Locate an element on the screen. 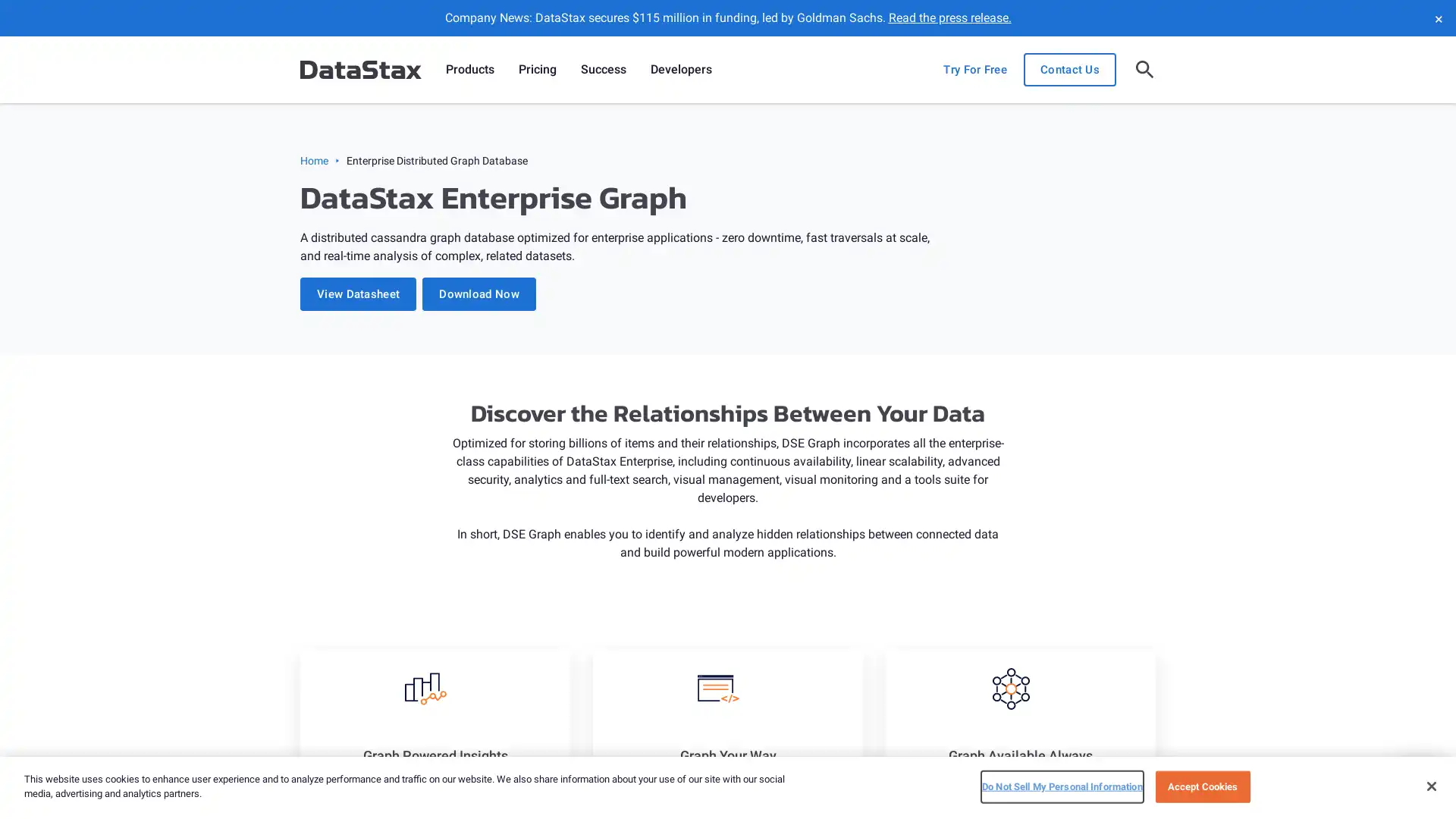 The height and width of the screenshot is (819, 1456). Open Intercom Messenger is located at coordinates (1417, 780).